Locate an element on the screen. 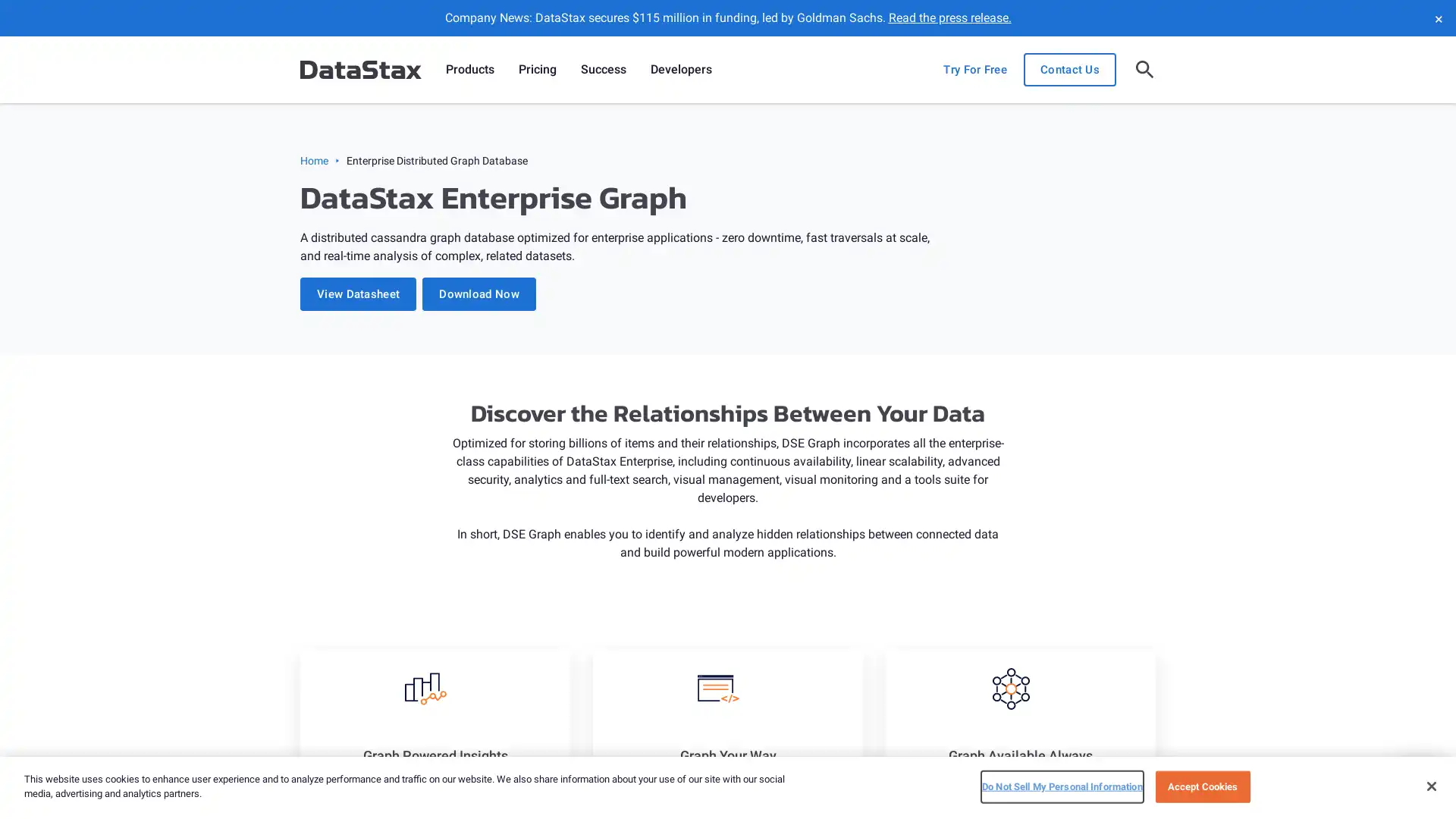 The height and width of the screenshot is (819, 1456). Open Intercom Messenger is located at coordinates (1417, 780).